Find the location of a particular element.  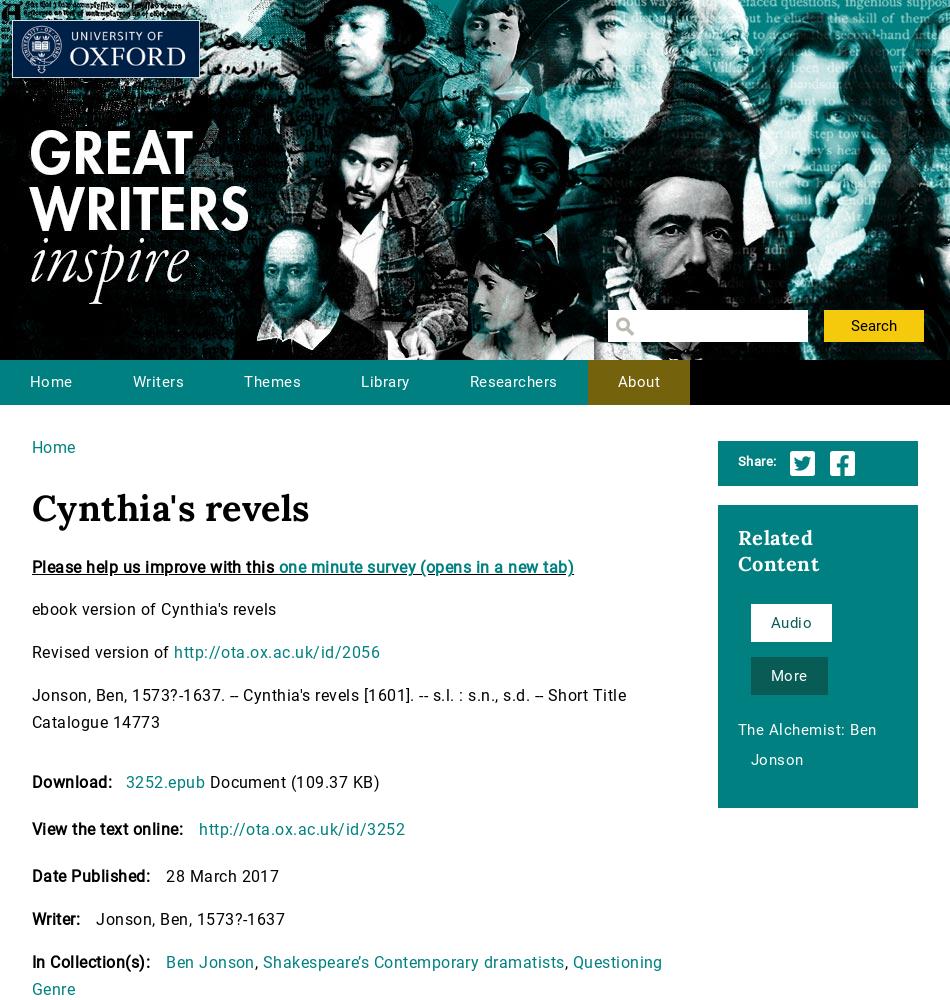

'Please help us improve with this' is located at coordinates (155, 566).